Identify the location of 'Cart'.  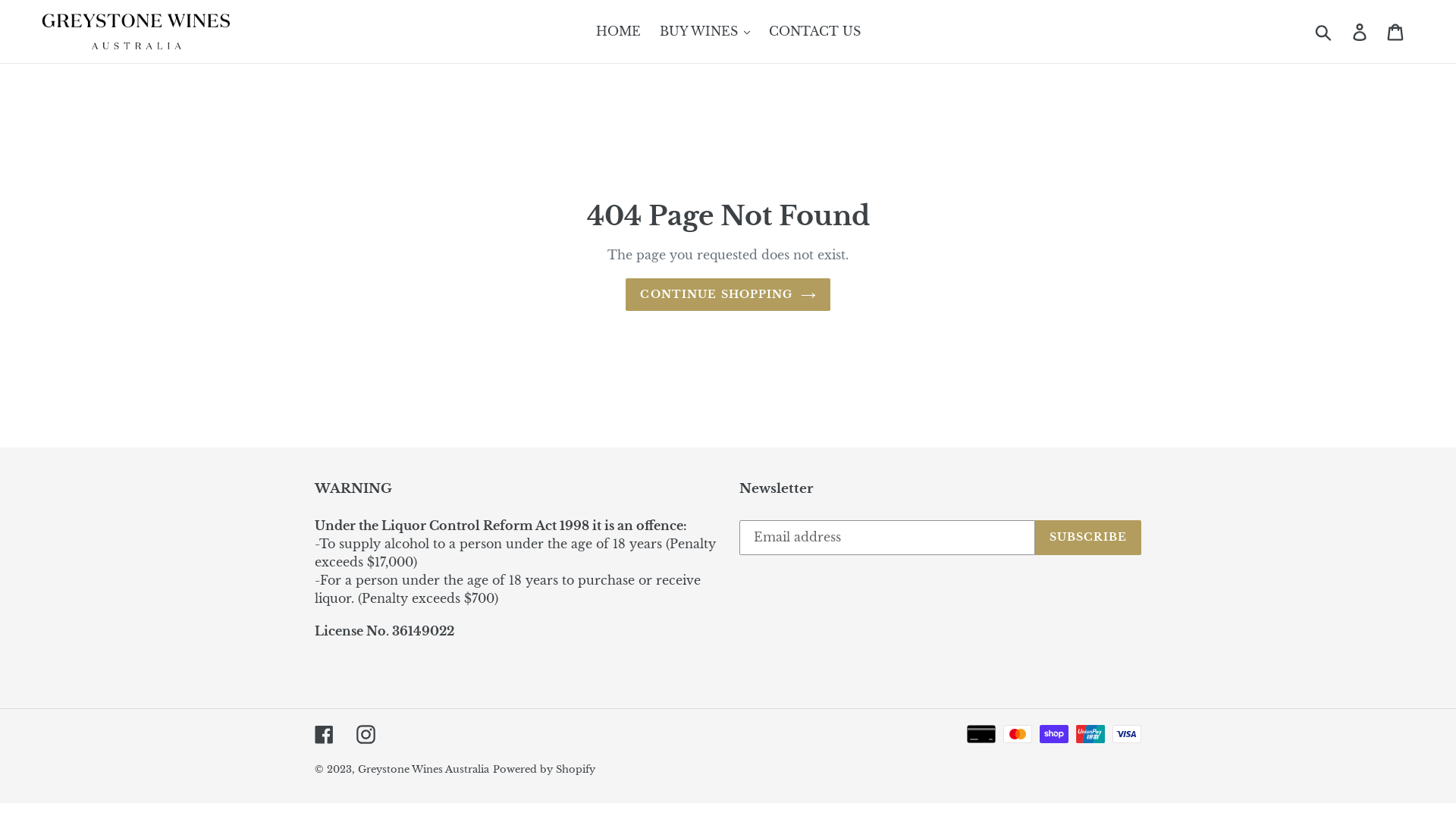
(1379, 31).